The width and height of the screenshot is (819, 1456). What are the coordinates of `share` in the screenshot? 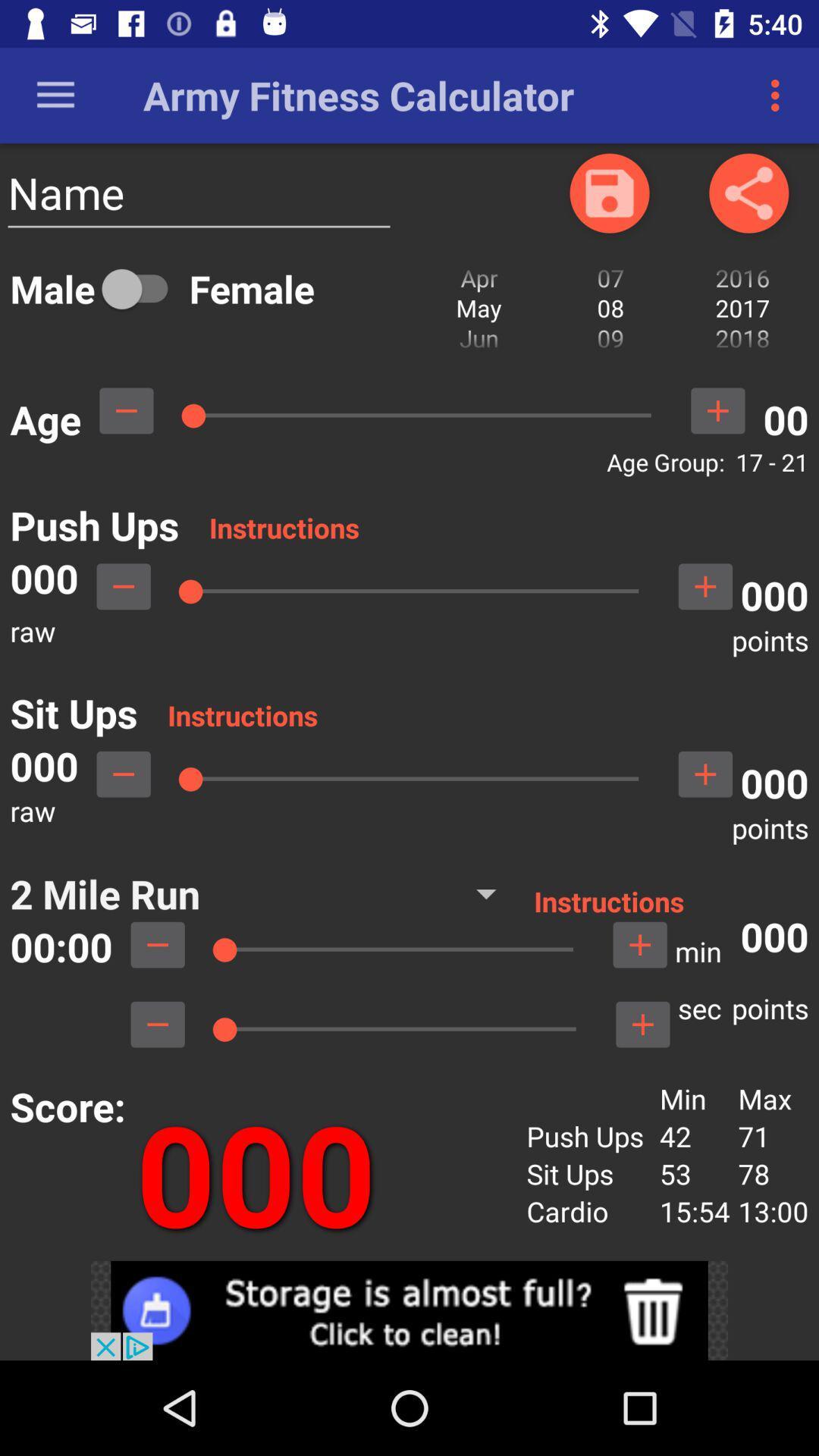 It's located at (748, 192).